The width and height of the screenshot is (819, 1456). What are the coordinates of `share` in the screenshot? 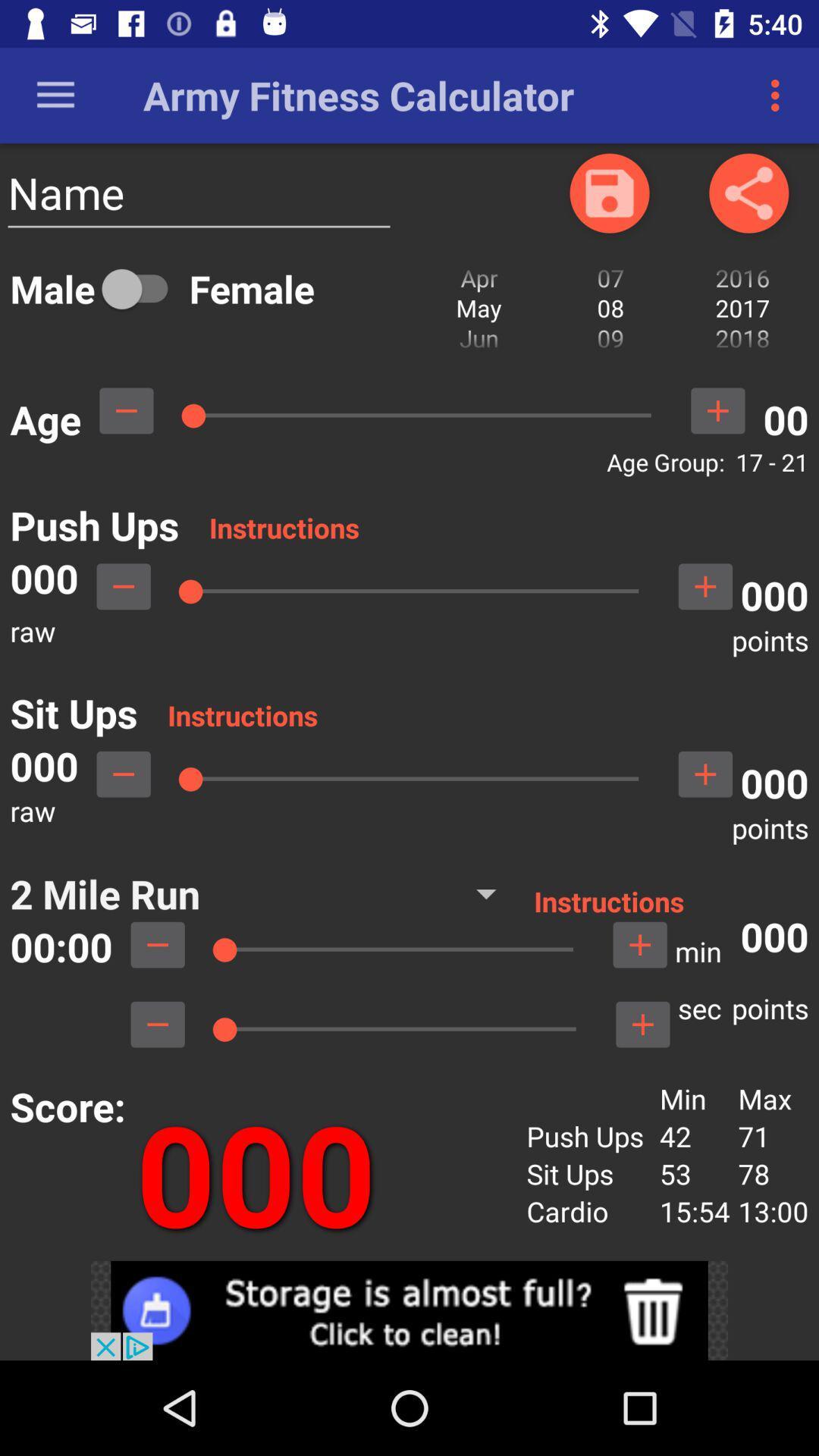 It's located at (748, 192).